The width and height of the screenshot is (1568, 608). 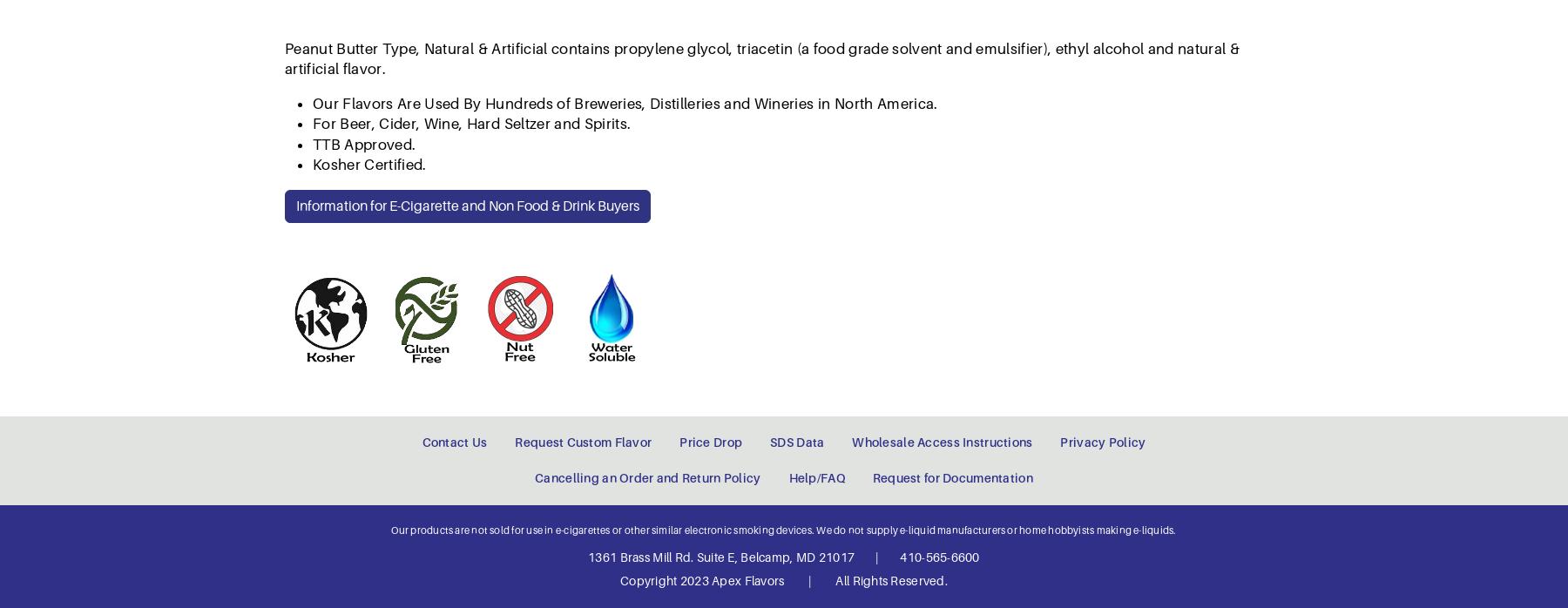 I want to click on 'Our products are not sold for use in e-cigarettes or other similar electronic smoking devices. We do not supply e-liquid manufacturers or home hobbyists making e-liquids.', so click(x=783, y=186).